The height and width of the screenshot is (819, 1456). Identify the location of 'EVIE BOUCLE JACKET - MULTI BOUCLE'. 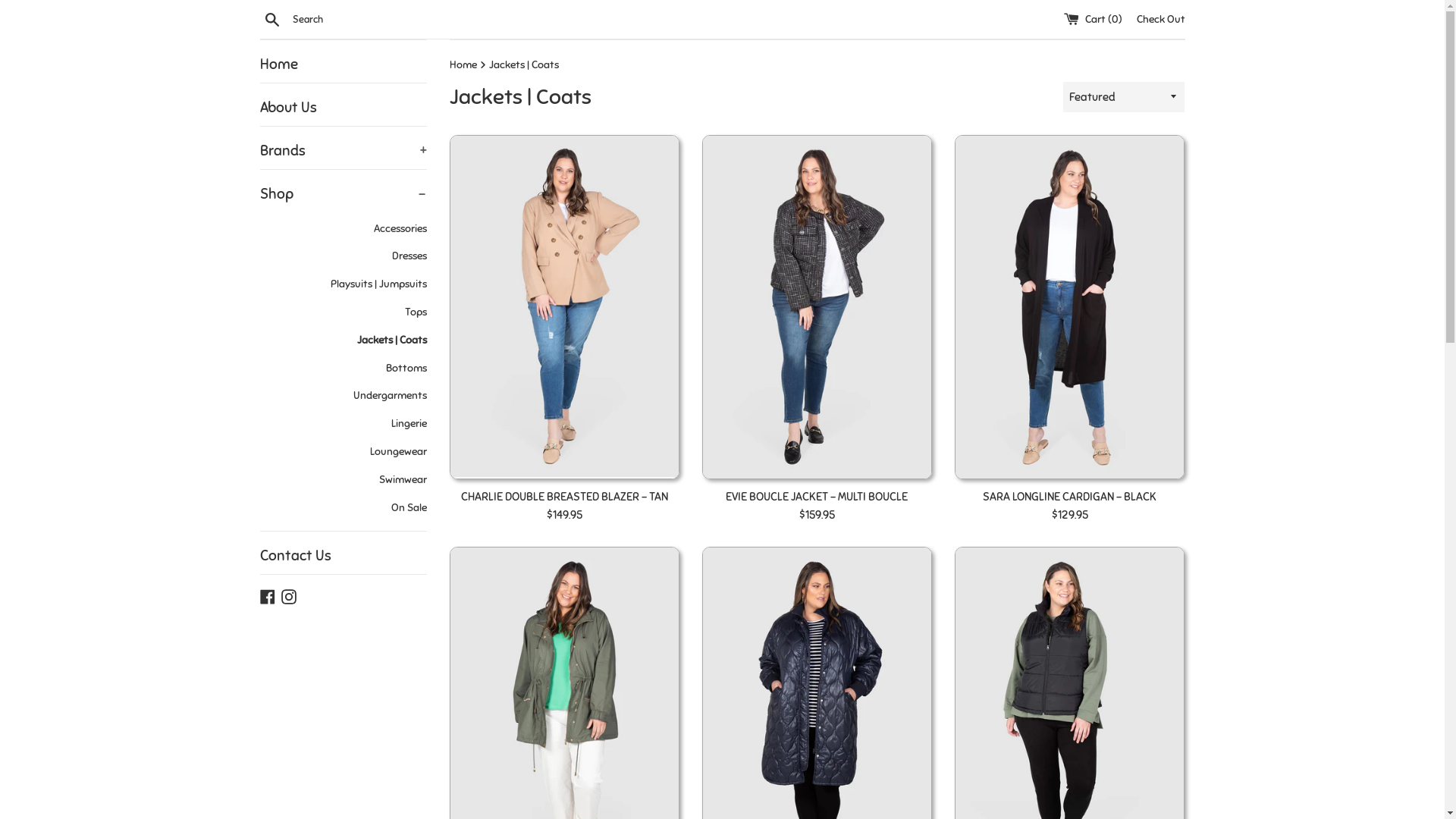
(815, 497).